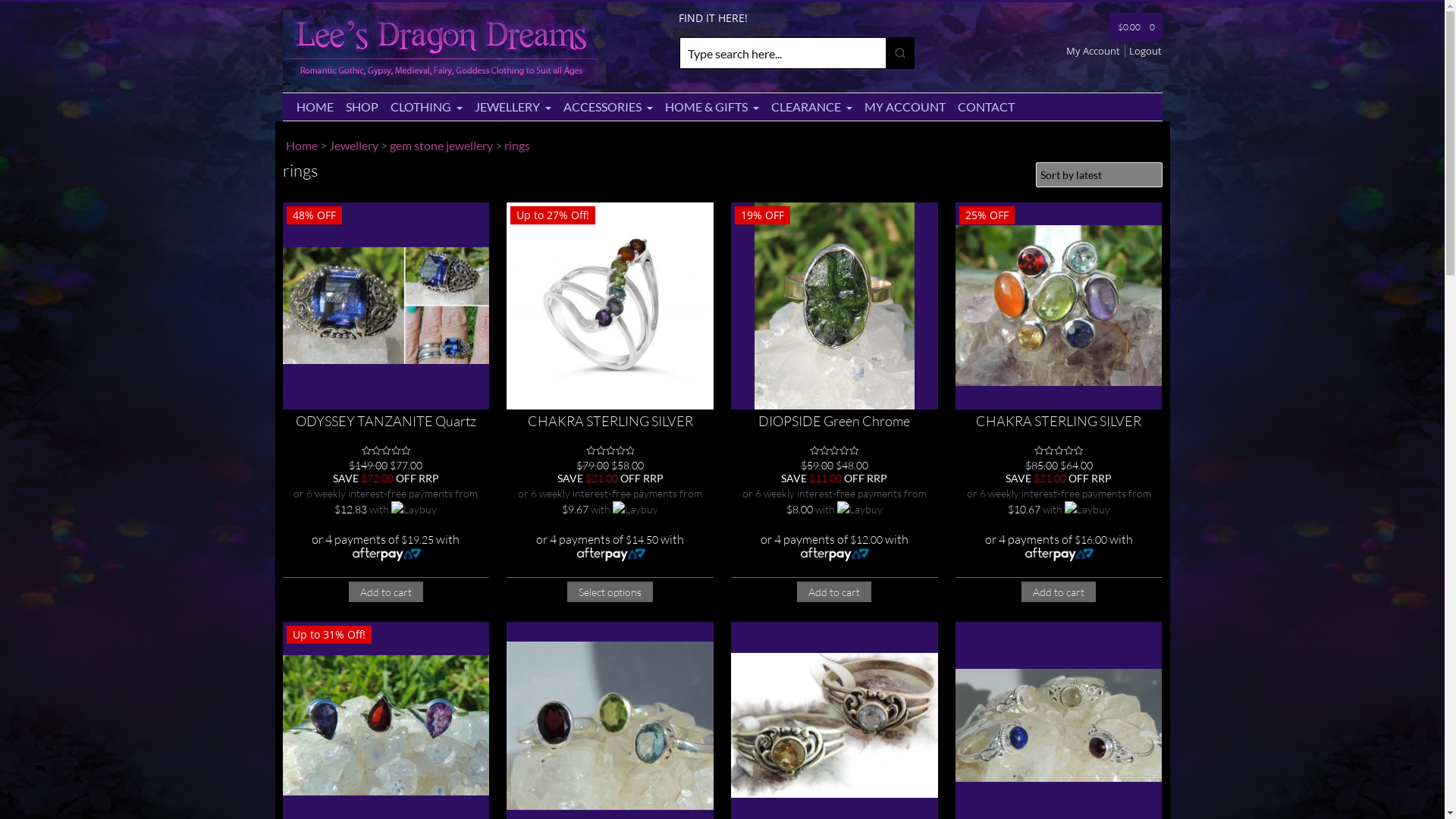 The image size is (1456, 819). Describe the element at coordinates (710, 106) in the screenshot. I see `'HOME & GIFTS'` at that location.